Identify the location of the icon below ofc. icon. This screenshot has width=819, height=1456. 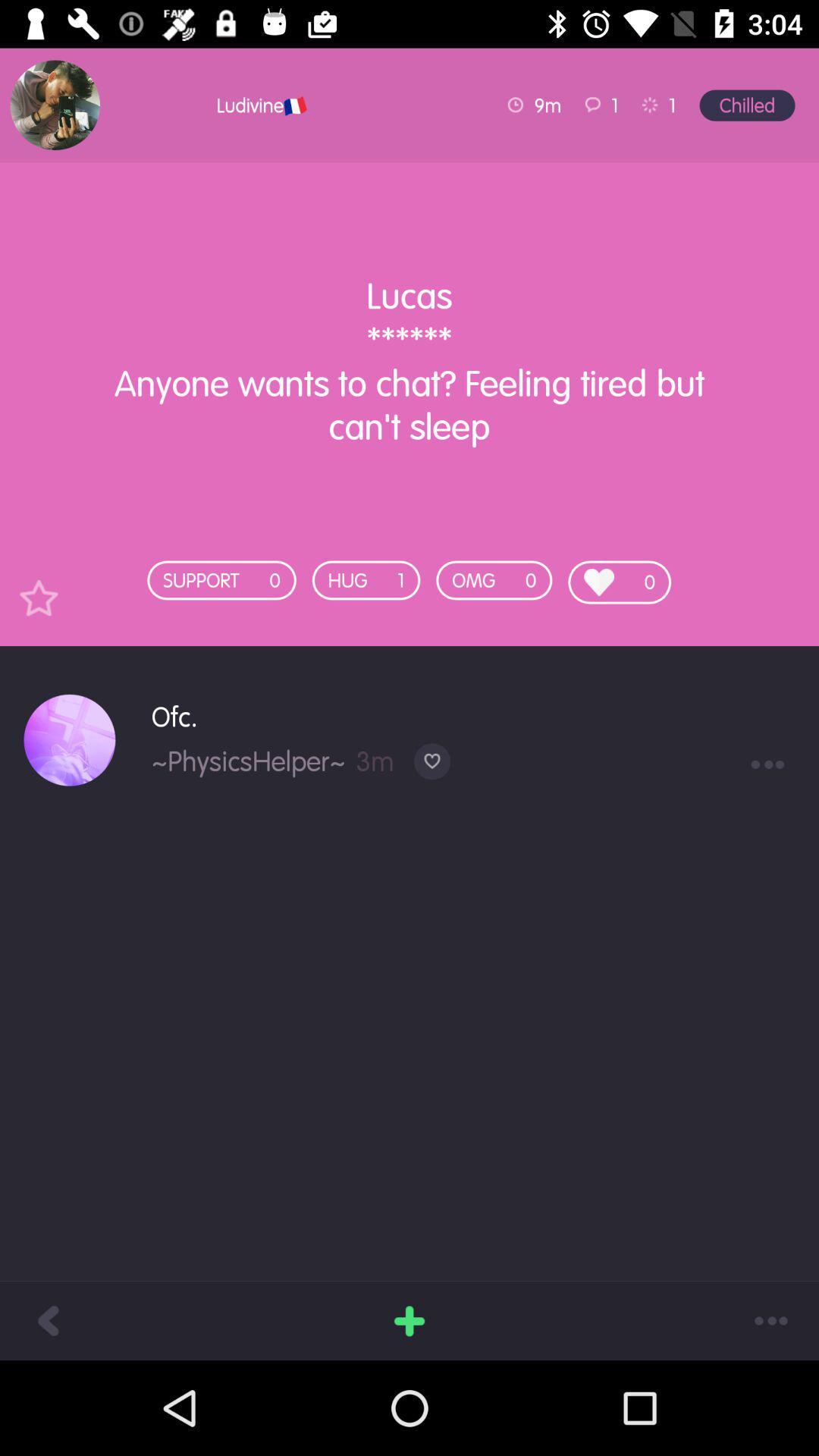
(247, 761).